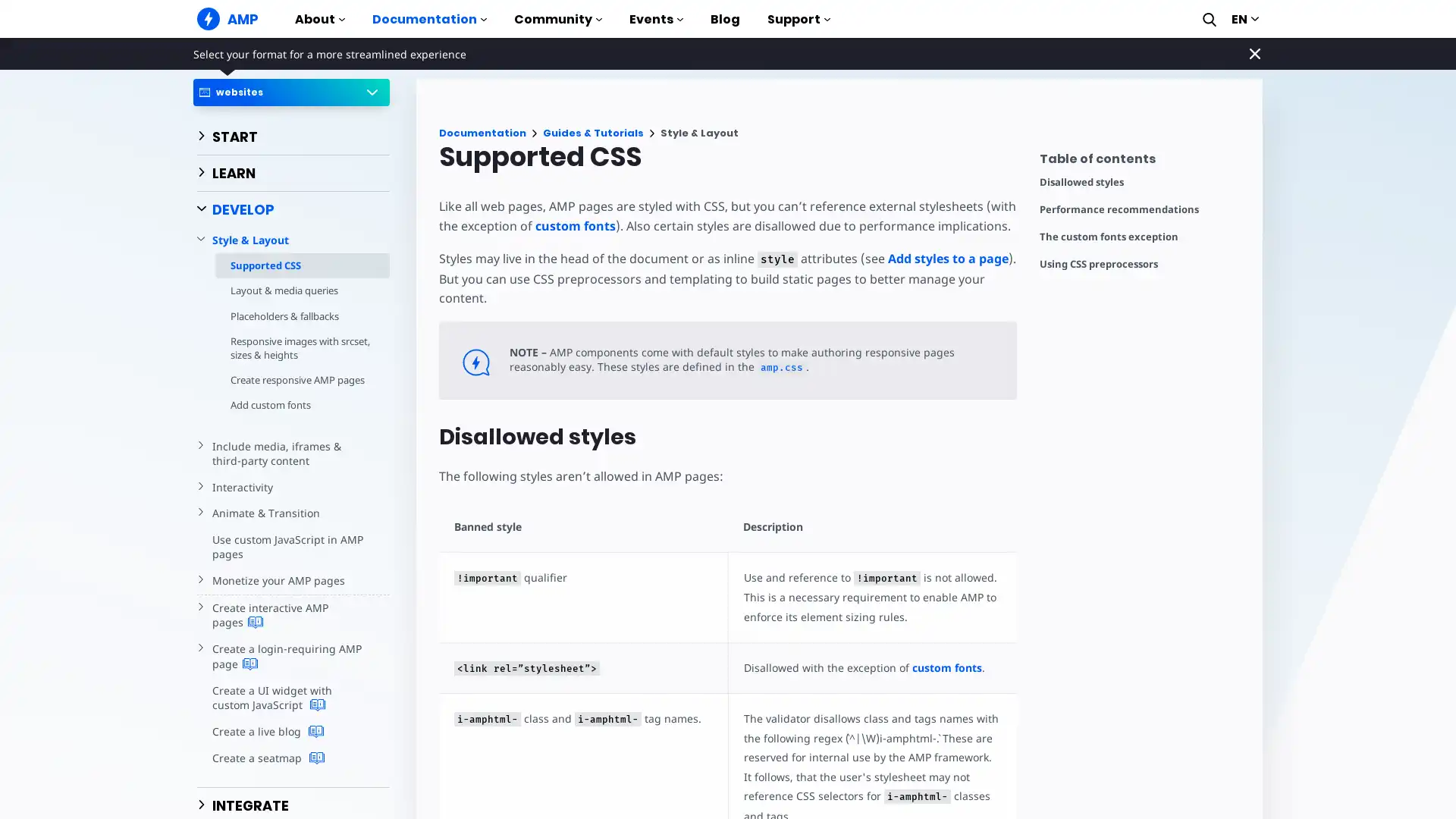 This screenshot has height=819, width=1456. I want to click on Support, so click(798, 24).